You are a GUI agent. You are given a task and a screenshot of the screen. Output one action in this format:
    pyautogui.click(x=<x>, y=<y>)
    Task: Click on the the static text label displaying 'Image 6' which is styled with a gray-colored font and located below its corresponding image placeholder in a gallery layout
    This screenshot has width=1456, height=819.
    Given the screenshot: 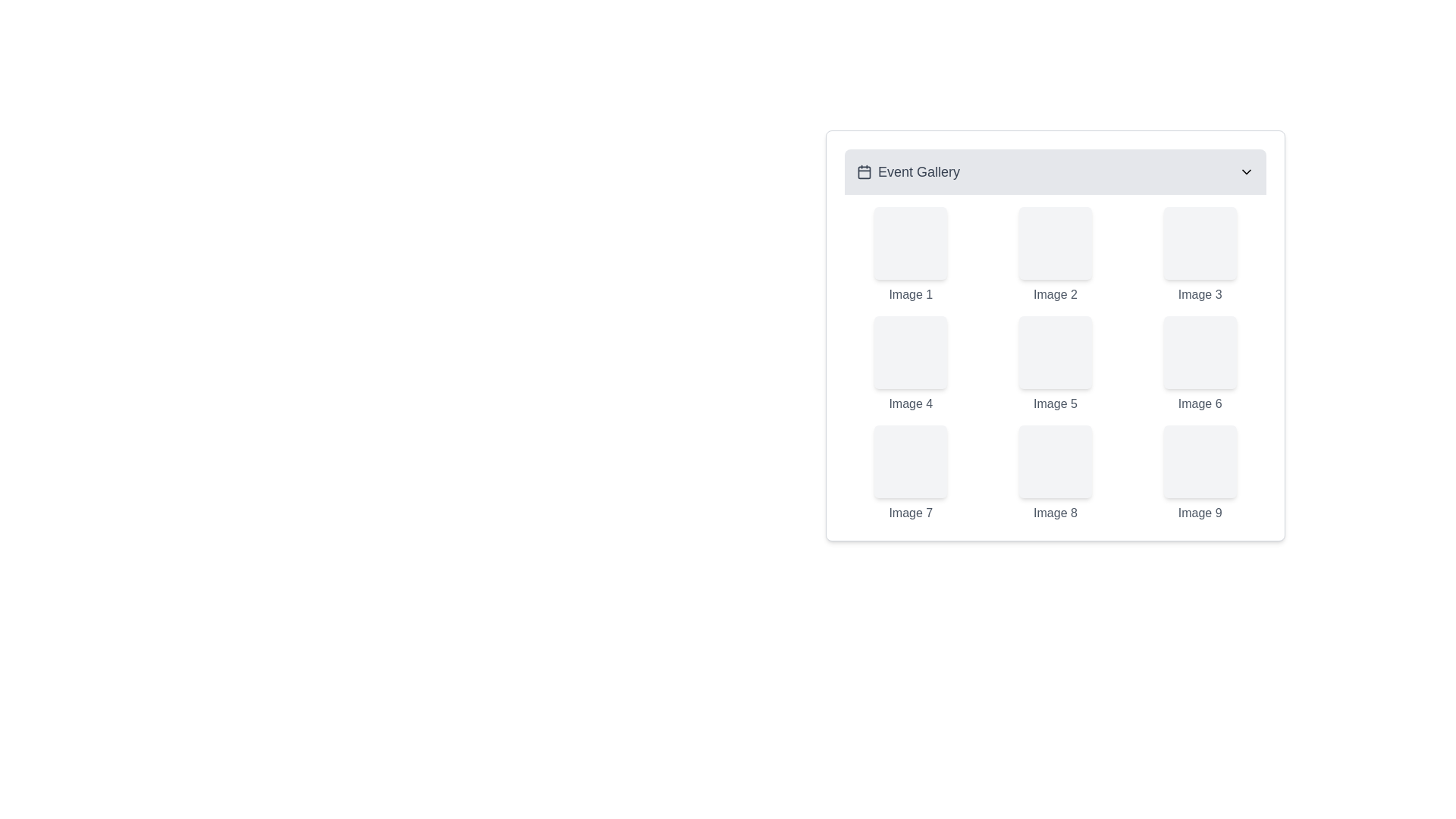 What is the action you would take?
    pyautogui.click(x=1199, y=403)
    